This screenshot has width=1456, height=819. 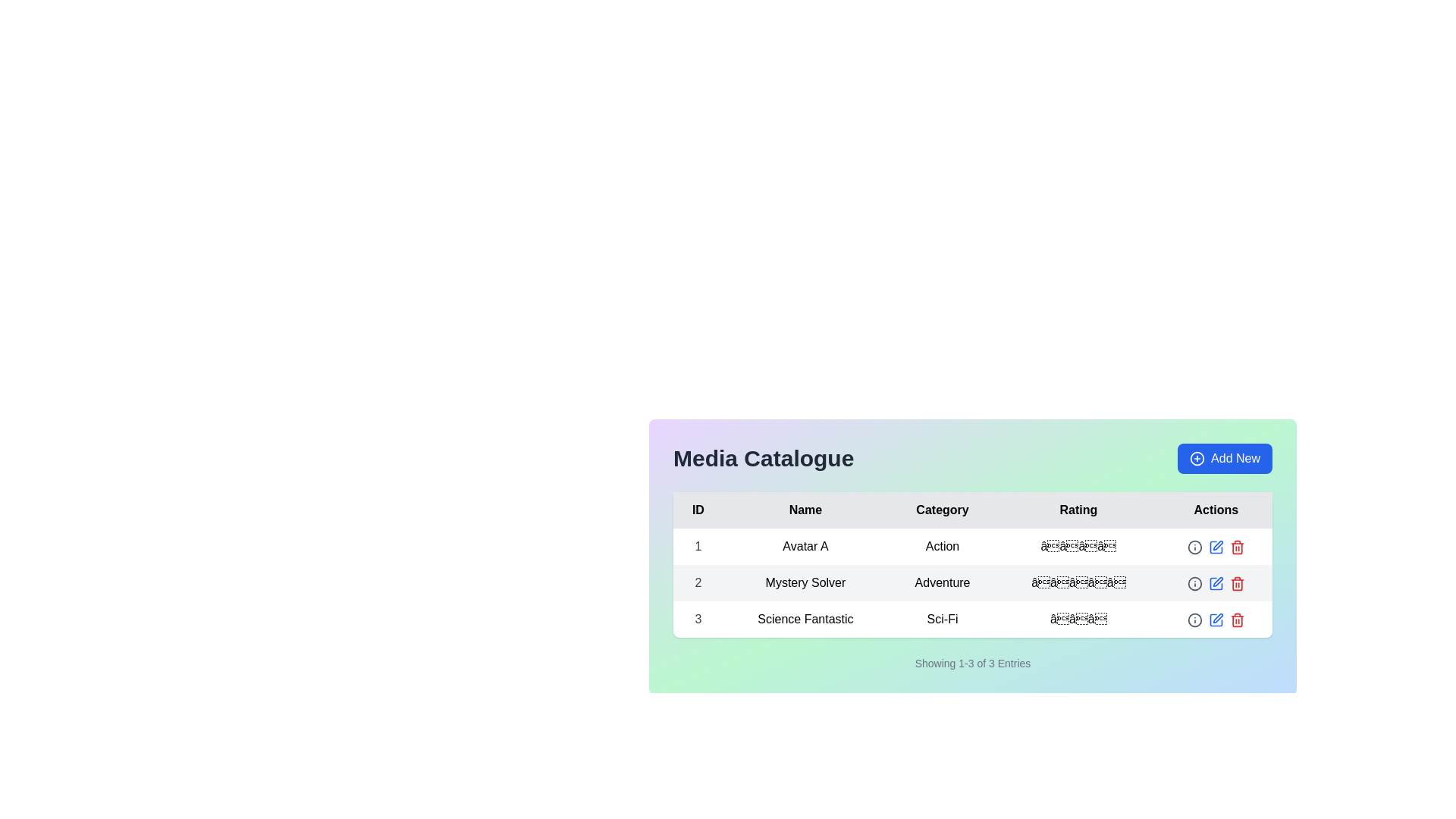 What do you see at coordinates (1225, 458) in the screenshot?
I see `the button in the top-right corner of the media catalog section` at bounding box center [1225, 458].